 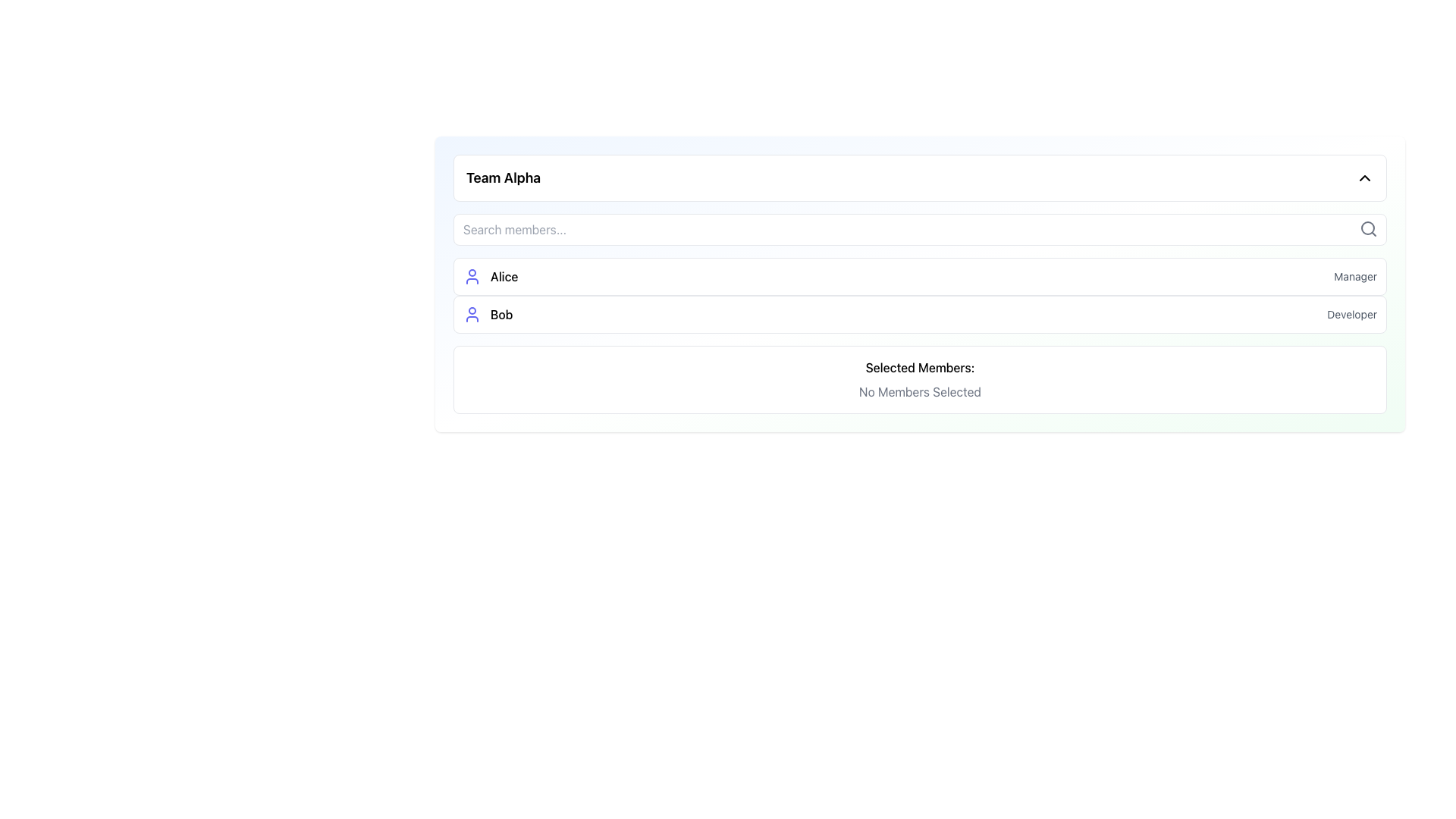 What do you see at coordinates (1368, 228) in the screenshot?
I see `the search icon located at the far-right end of the 'Search members...' input field` at bounding box center [1368, 228].